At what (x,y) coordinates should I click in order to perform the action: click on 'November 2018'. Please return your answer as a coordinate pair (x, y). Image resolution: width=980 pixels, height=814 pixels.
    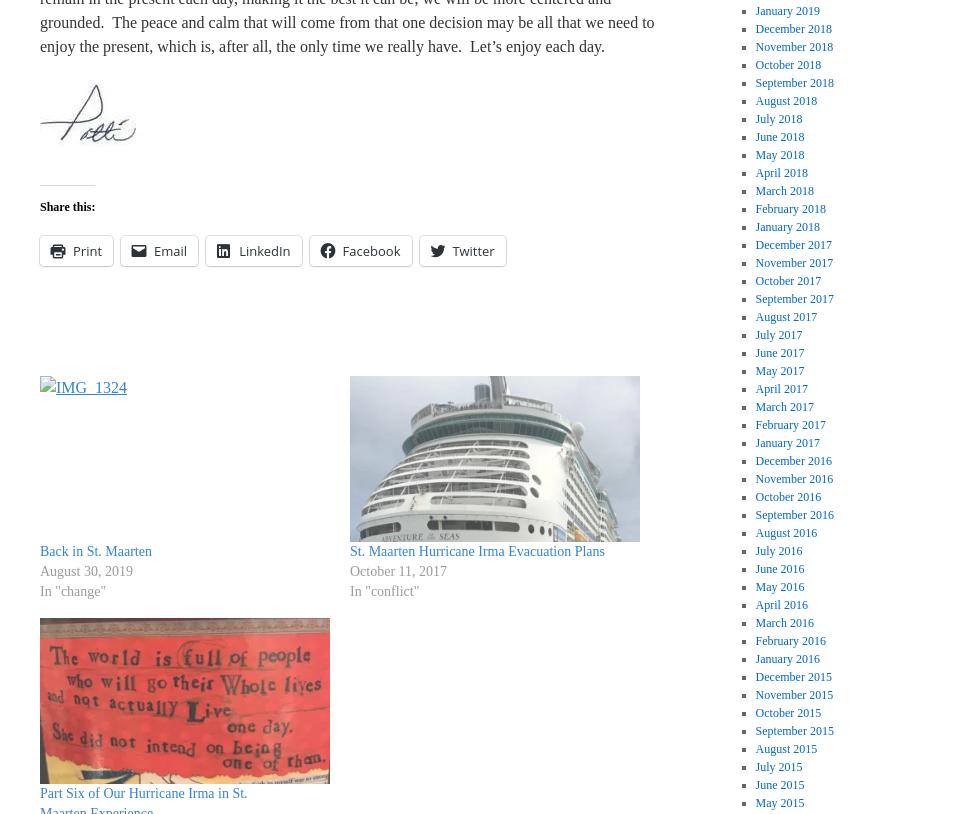
    Looking at the image, I should click on (793, 45).